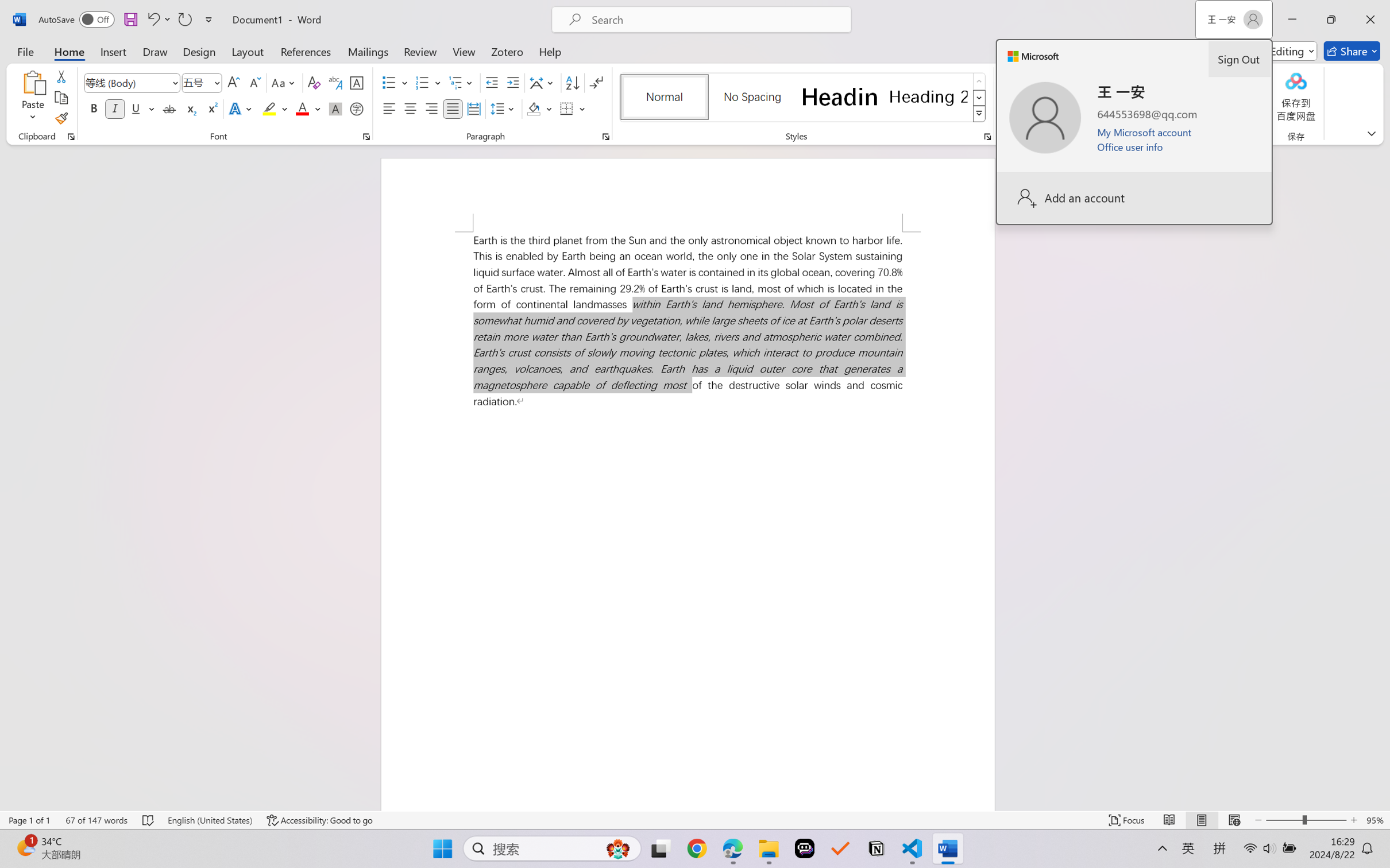 This screenshot has height=868, width=1390. Describe the element at coordinates (157, 19) in the screenshot. I see `'Undo Italic'` at that location.